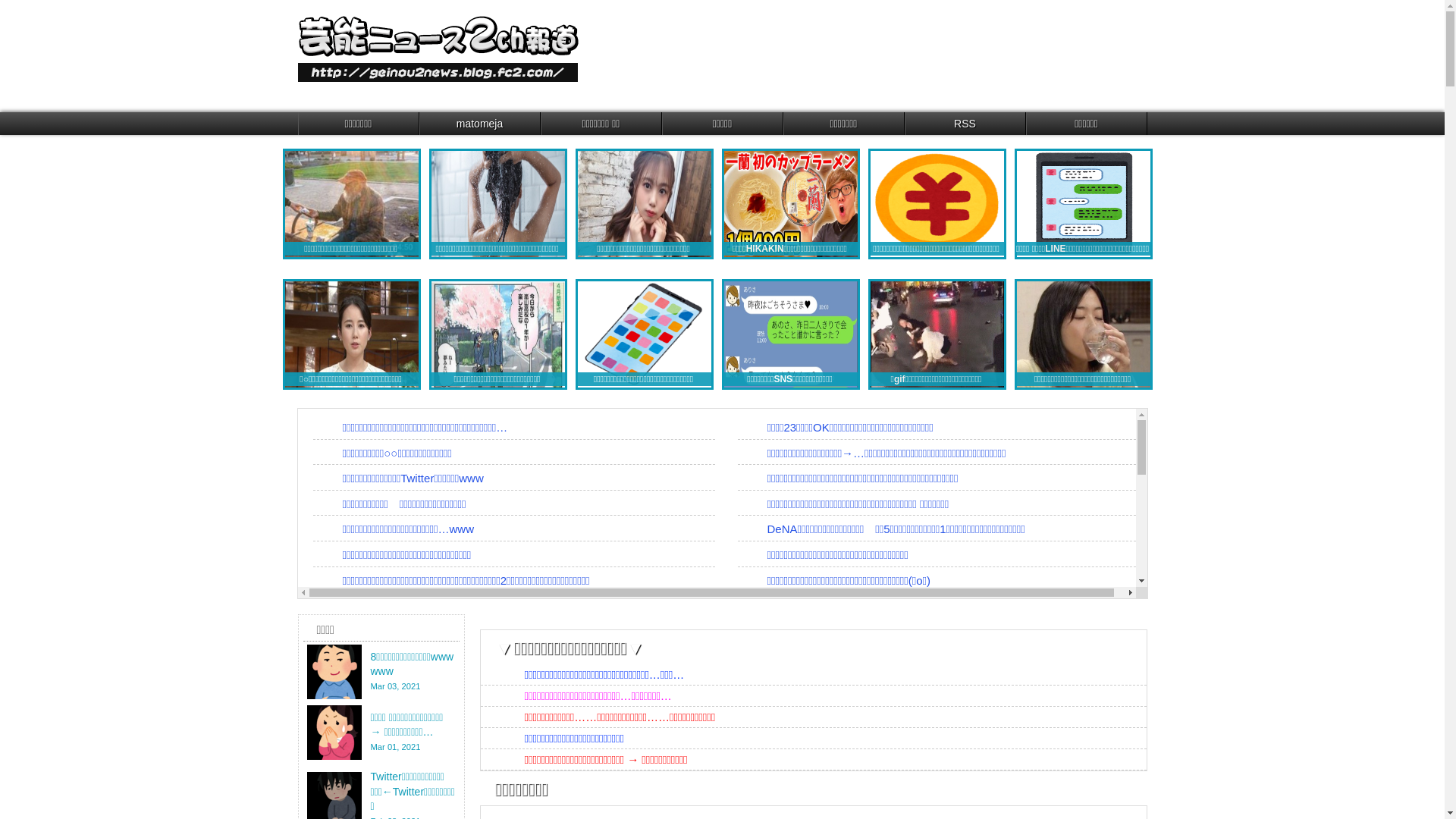 The image size is (1456, 819). What do you see at coordinates (479, 122) in the screenshot?
I see `'matomeja'` at bounding box center [479, 122].